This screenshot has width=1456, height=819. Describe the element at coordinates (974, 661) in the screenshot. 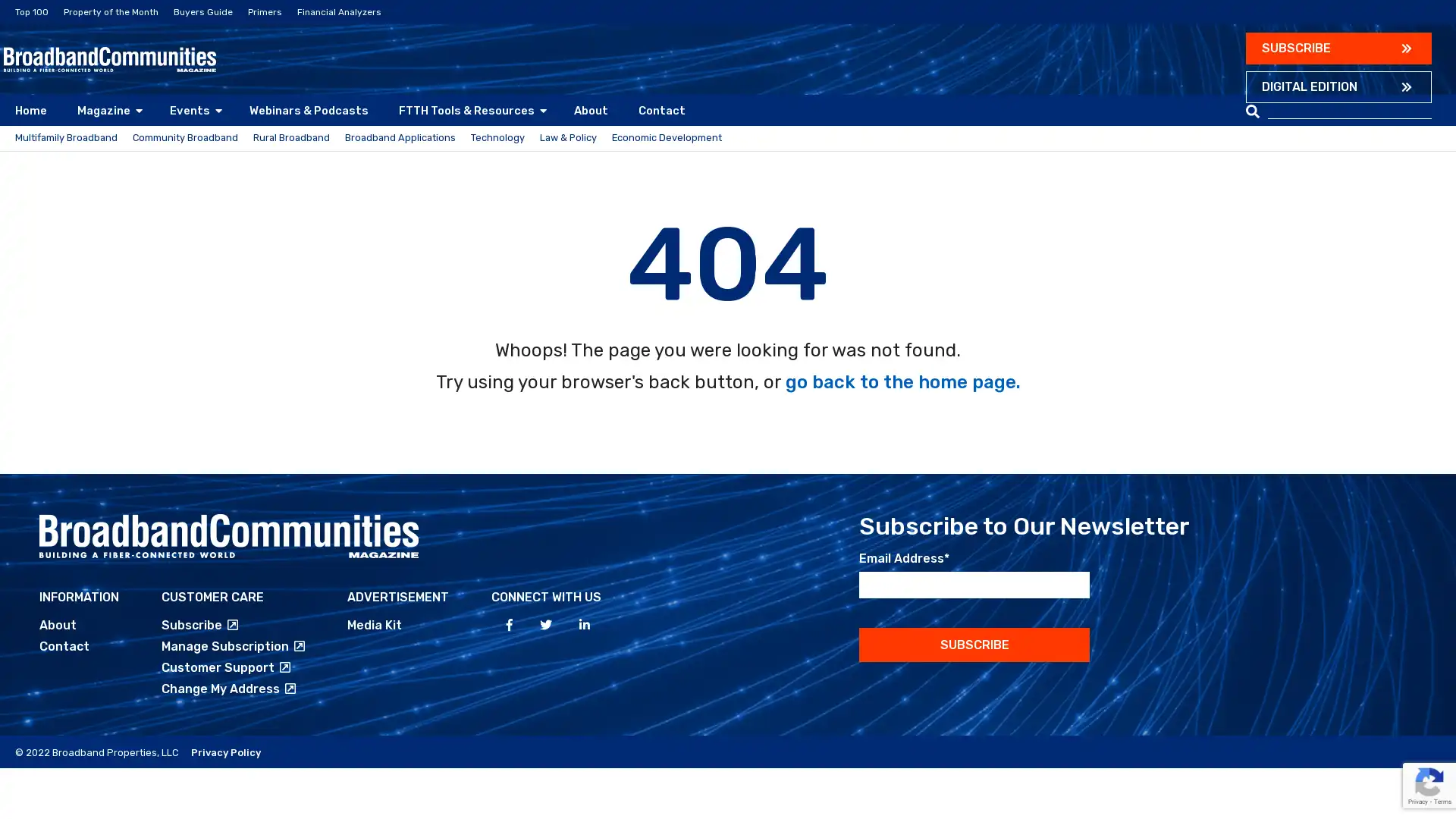

I see `Subscribe` at that location.